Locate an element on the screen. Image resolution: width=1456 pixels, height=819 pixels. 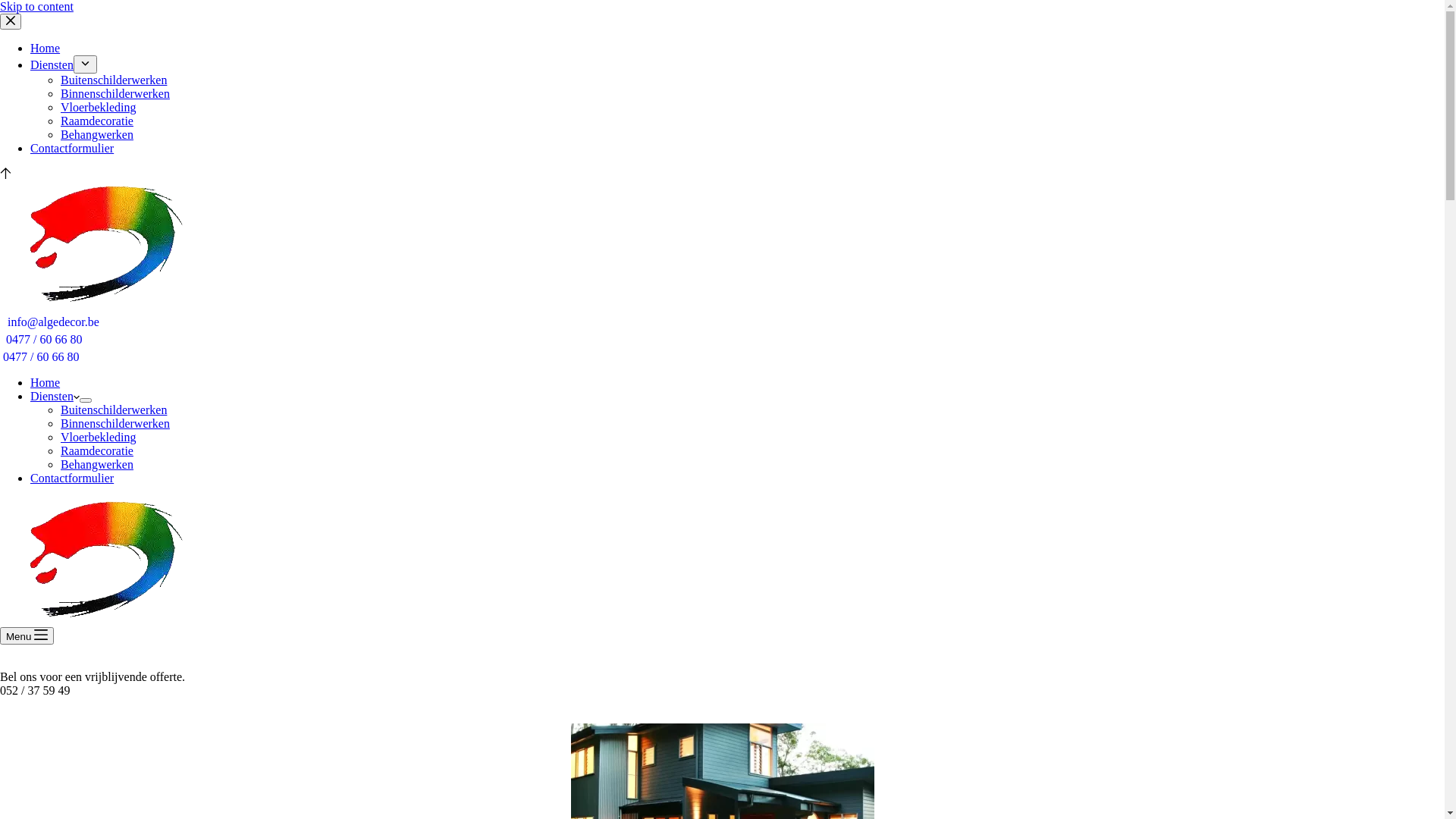
'Buitenschilderwerken' is located at coordinates (112, 409).